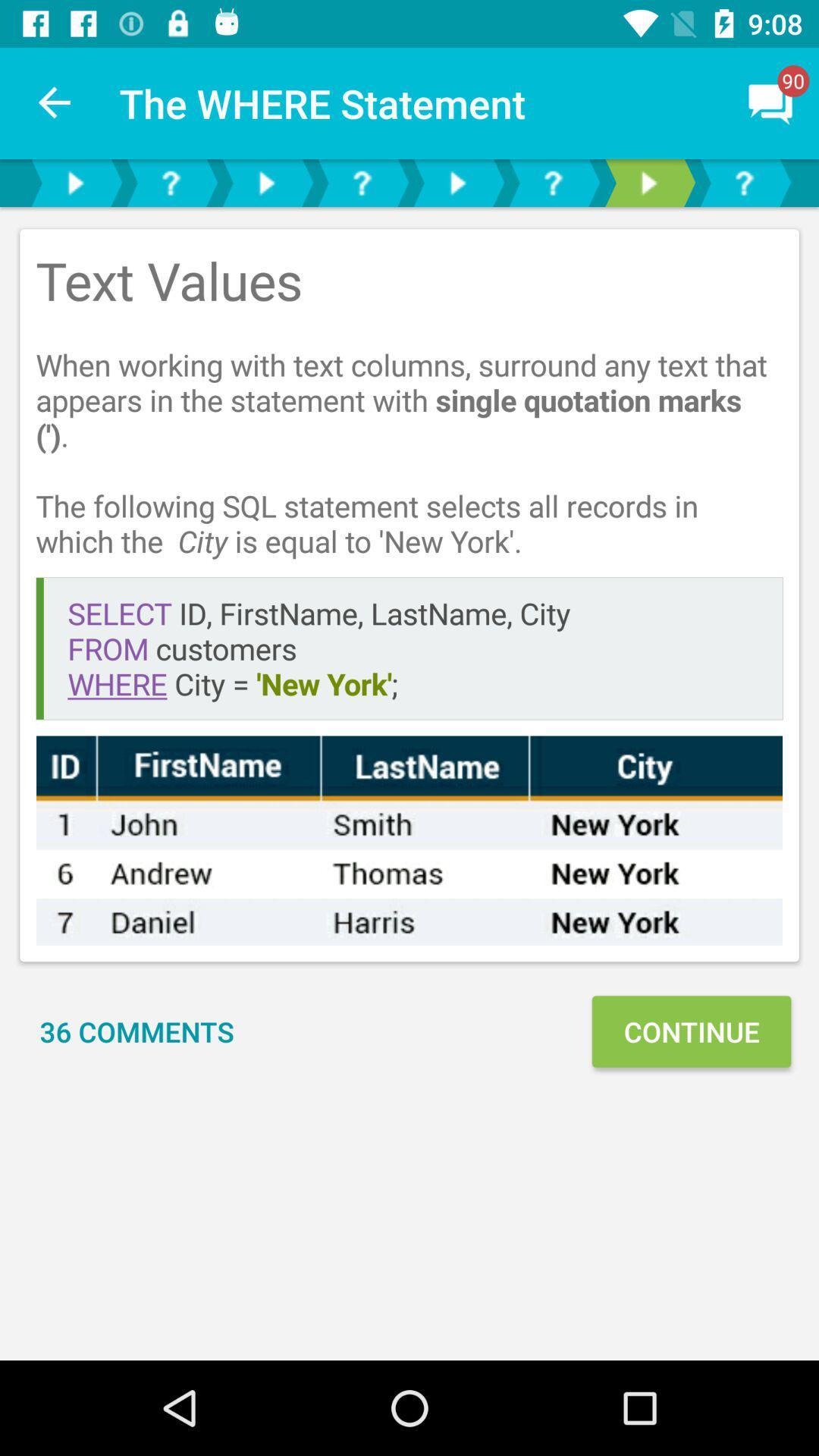 This screenshot has width=819, height=1456. Describe the element at coordinates (265, 182) in the screenshot. I see `play` at that location.